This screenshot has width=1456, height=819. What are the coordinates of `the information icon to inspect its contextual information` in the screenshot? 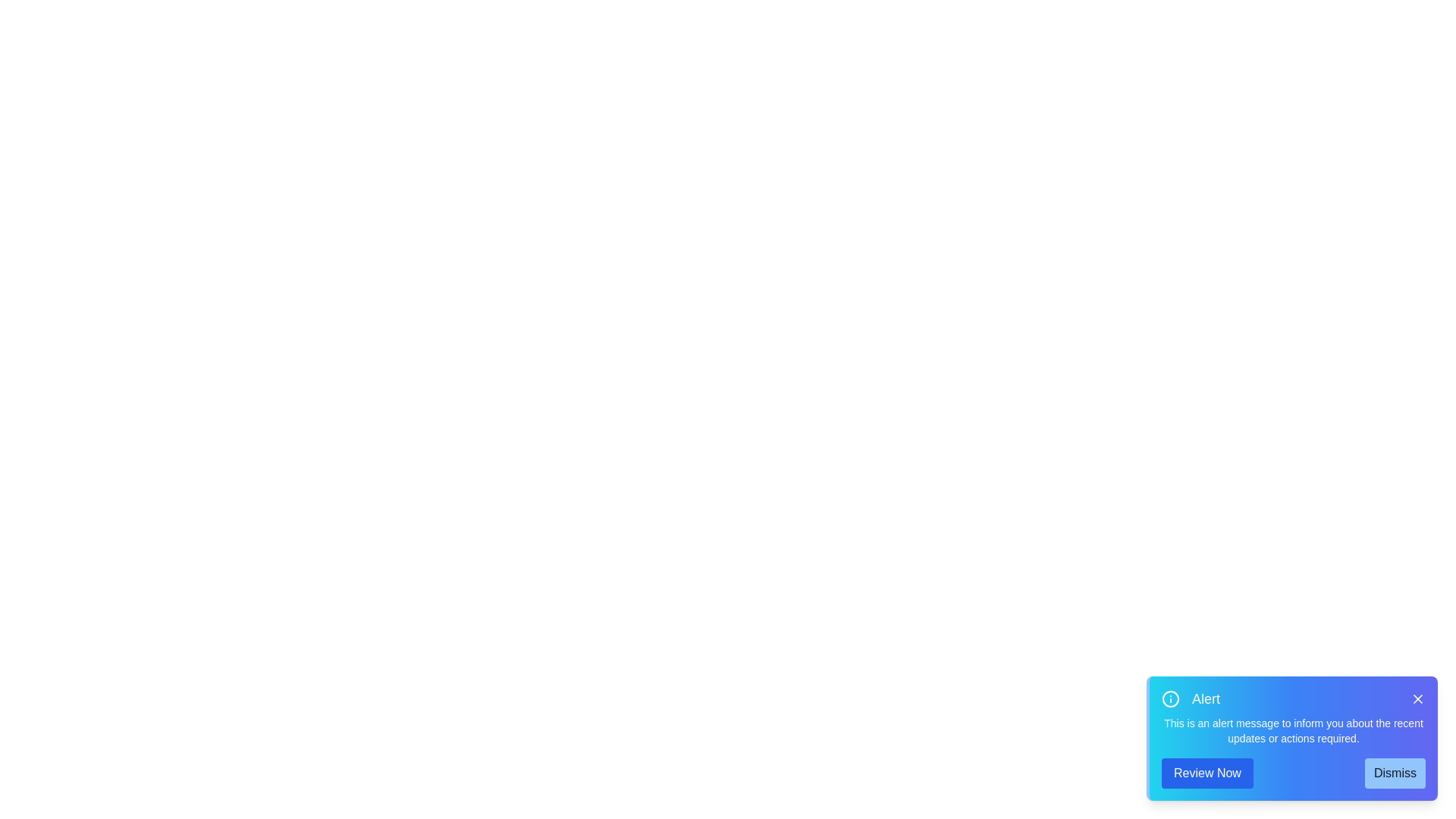 It's located at (1170, 698).